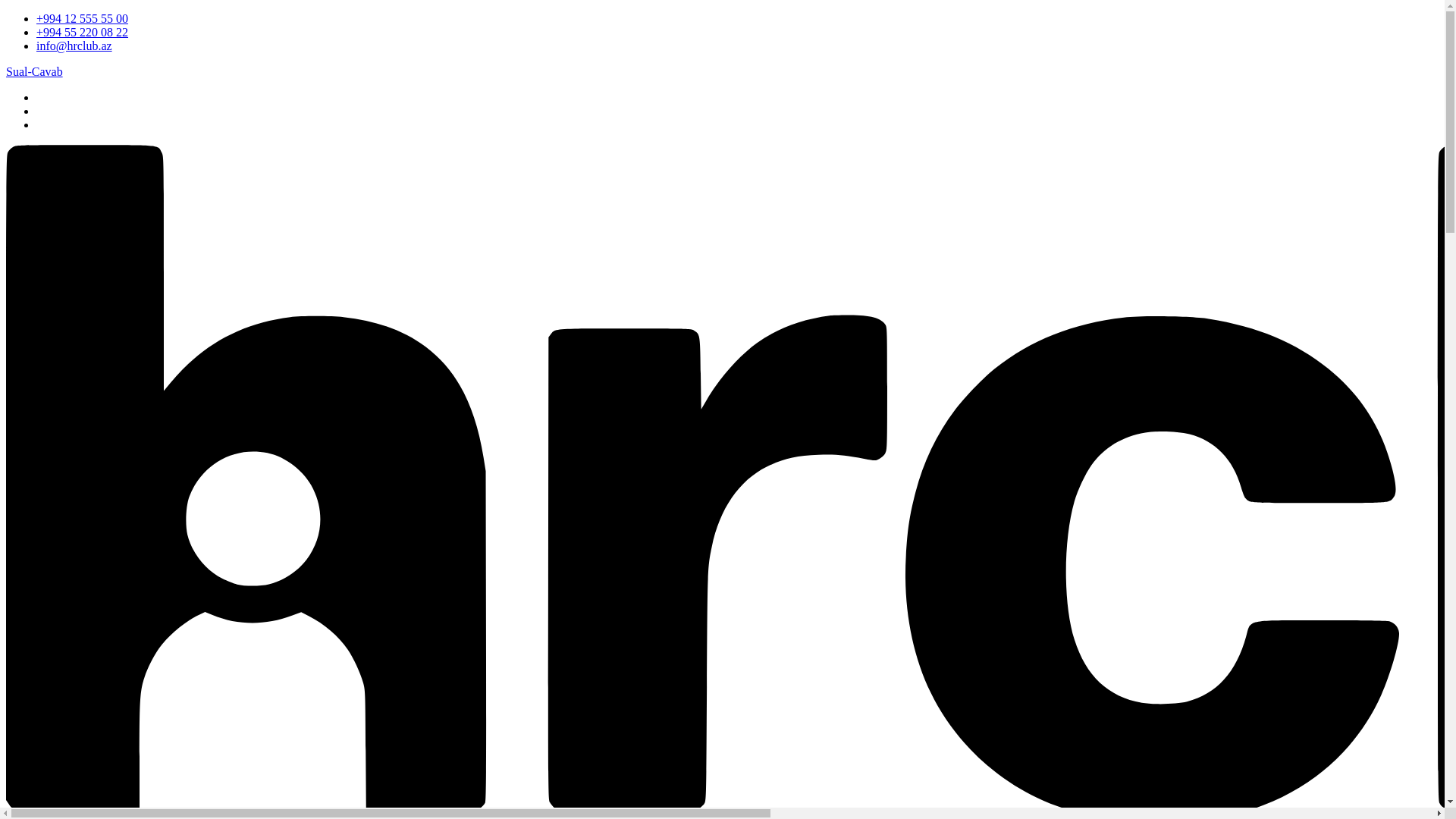 The image size is (1456, 819). What do you see at coordinates (34, 71) in the screenshot?
I see `'Sual-Cavab'` at bounding box center [34, 71].